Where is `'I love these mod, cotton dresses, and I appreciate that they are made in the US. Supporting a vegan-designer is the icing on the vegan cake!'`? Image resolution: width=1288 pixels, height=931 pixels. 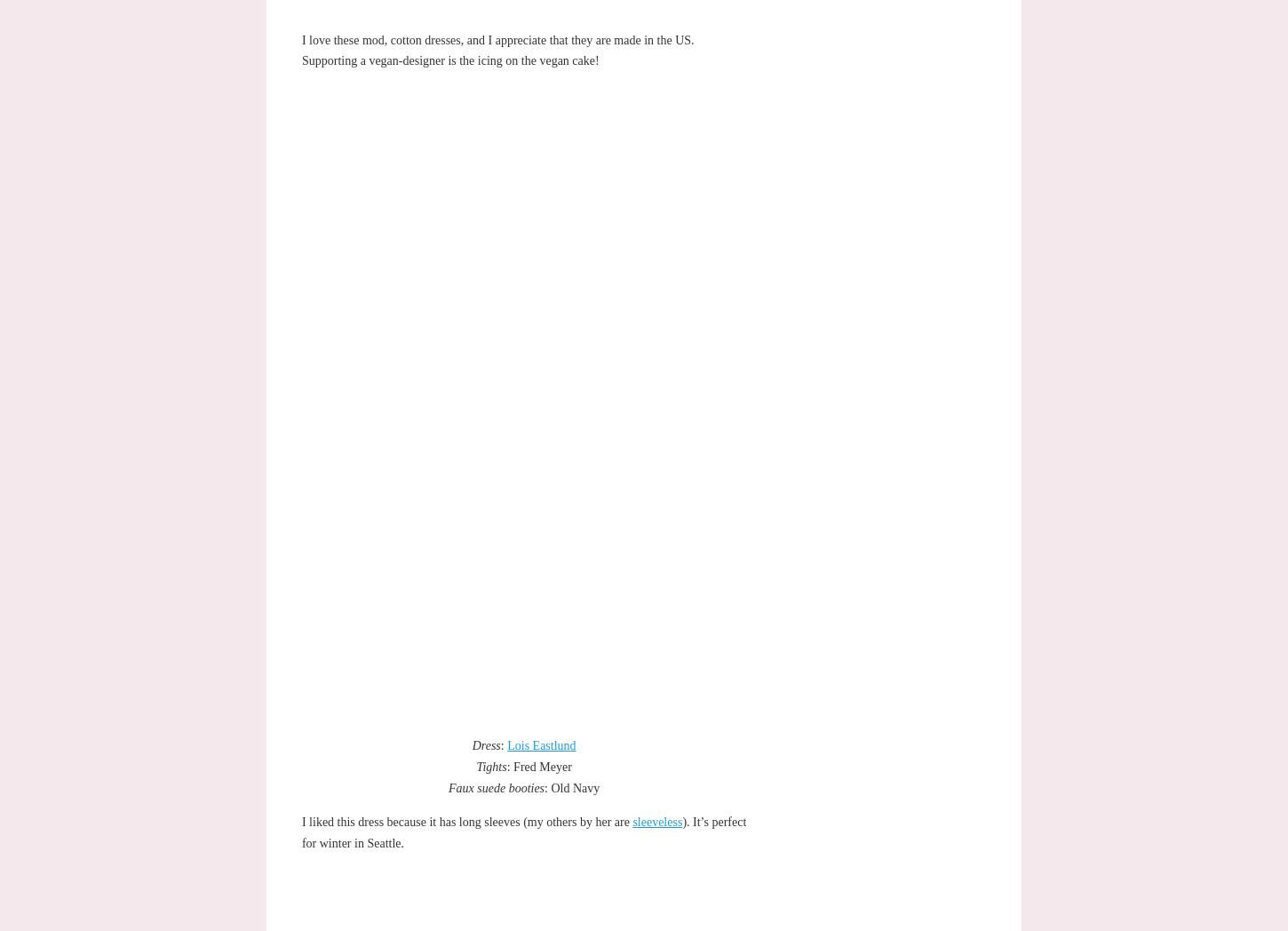
'I love these mod, cotton dresses, and I appreciate that they are made in the US. Supporting a vegan-designer is the icing on the vegan cake!' is located at coordinates (301, 50).